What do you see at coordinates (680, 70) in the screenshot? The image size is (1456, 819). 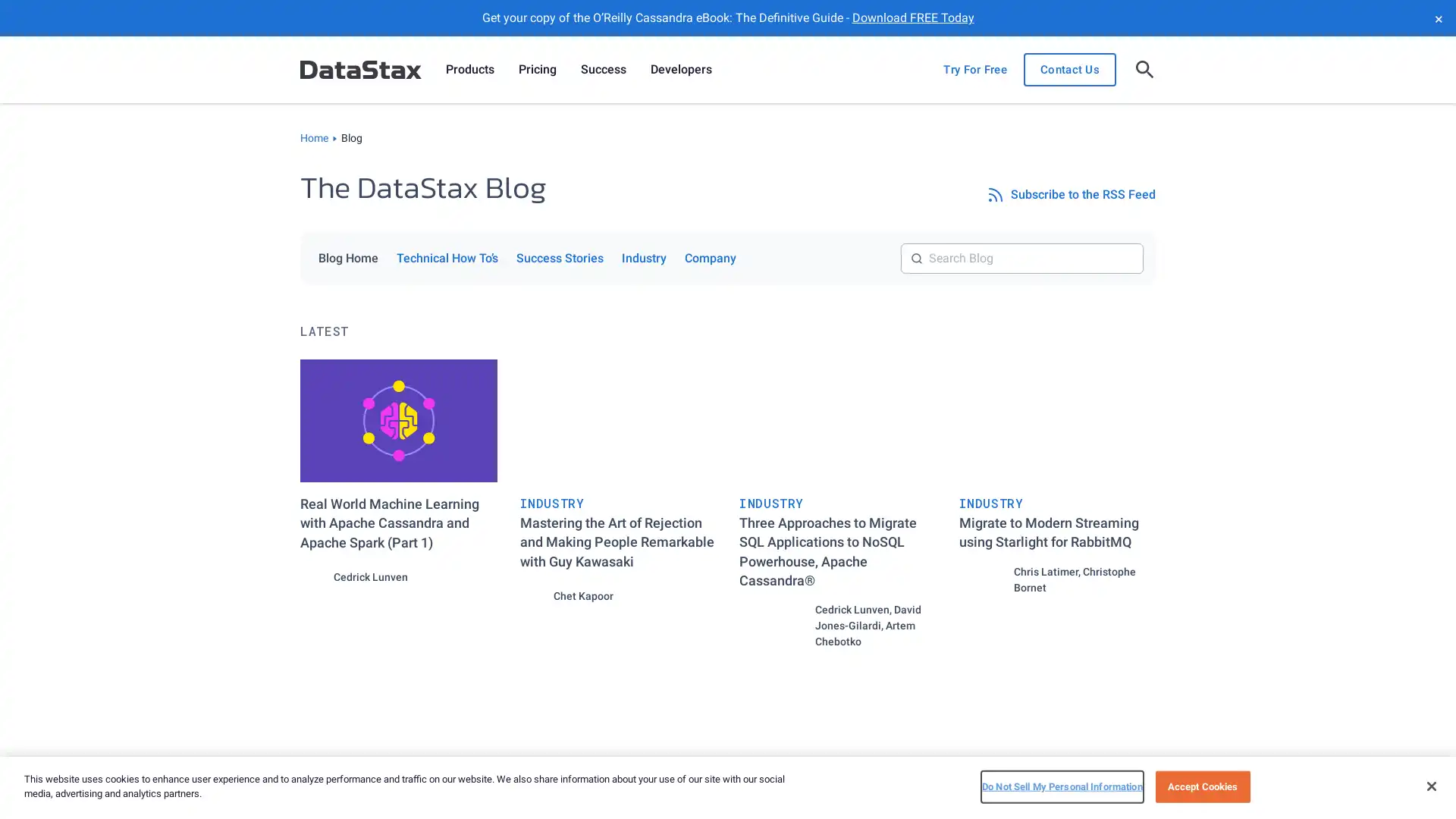 I see `Developers` at bounding box center [680, 70].